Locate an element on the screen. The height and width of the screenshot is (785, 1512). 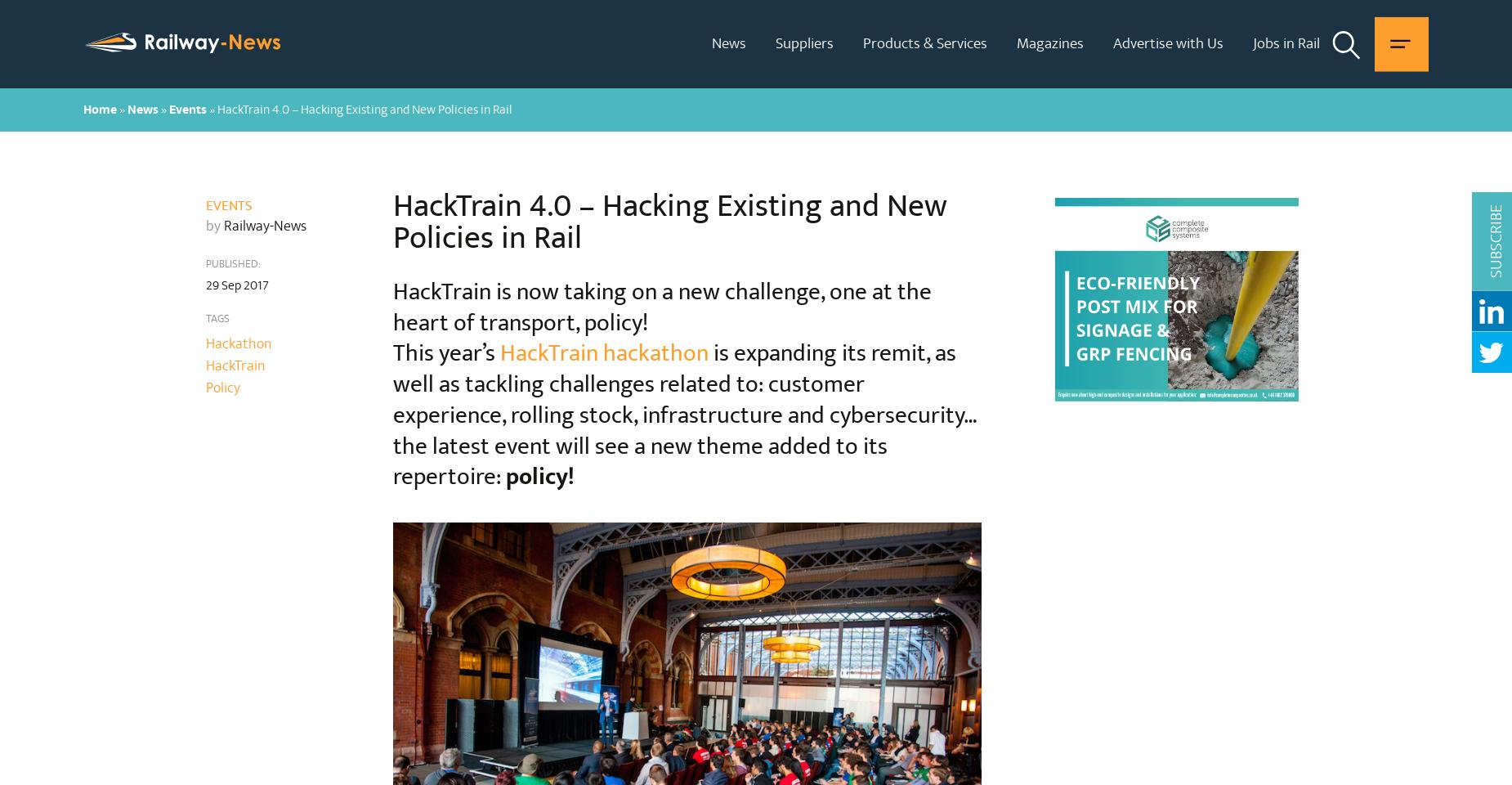
'Hackathon' is located at coordinates (204, 343).